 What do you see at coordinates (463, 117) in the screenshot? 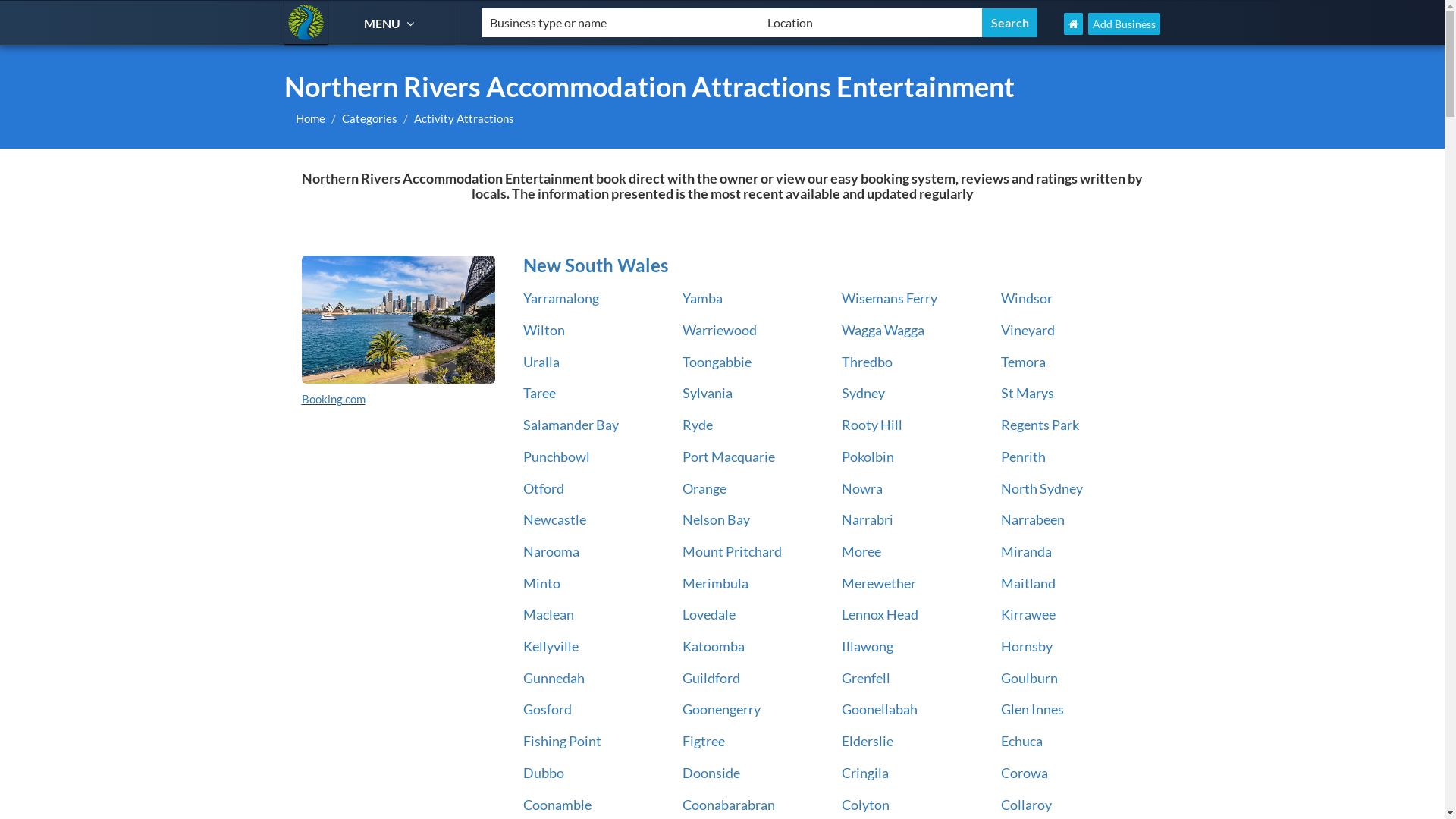
I see `'Activity Attractions'` at bounding box center [463, 117].